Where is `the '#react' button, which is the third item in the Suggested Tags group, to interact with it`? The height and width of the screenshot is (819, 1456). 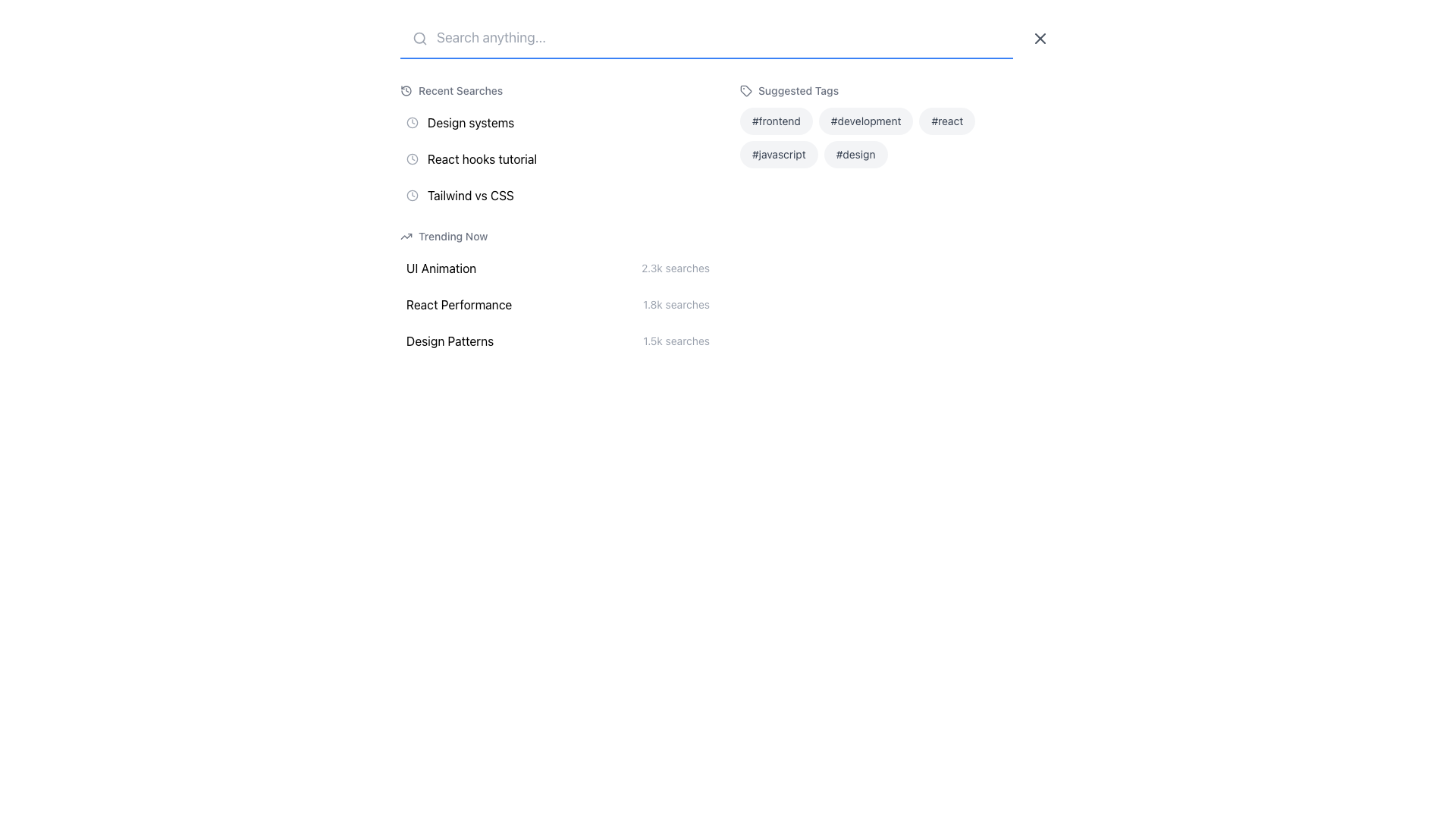 the '#react' button, which is the third item in the Suggested Tags group, to interact with it is located at coordinates (946, 120).